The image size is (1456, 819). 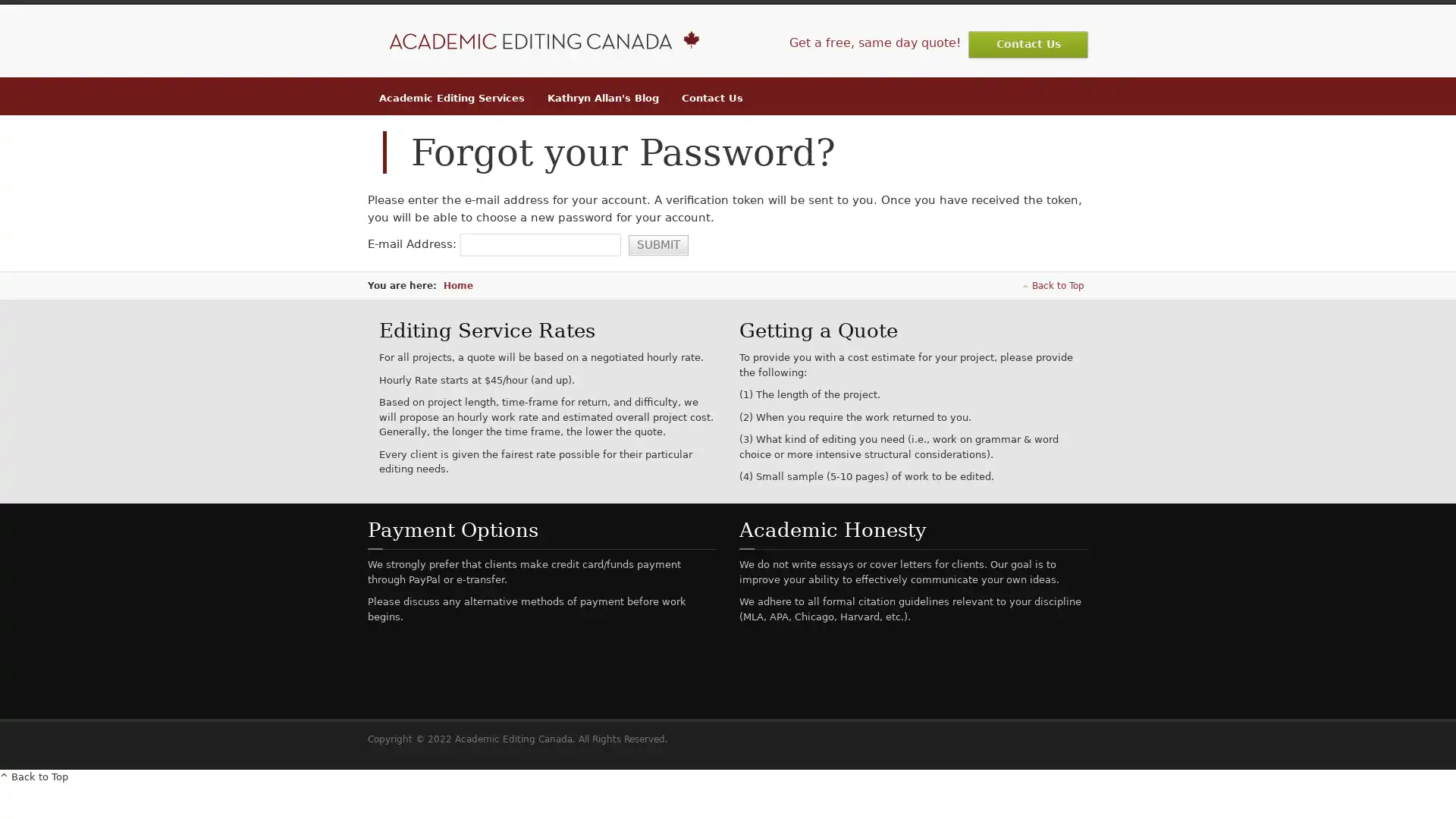 I want to click on SUBMIT, so click(x=658, y=243).